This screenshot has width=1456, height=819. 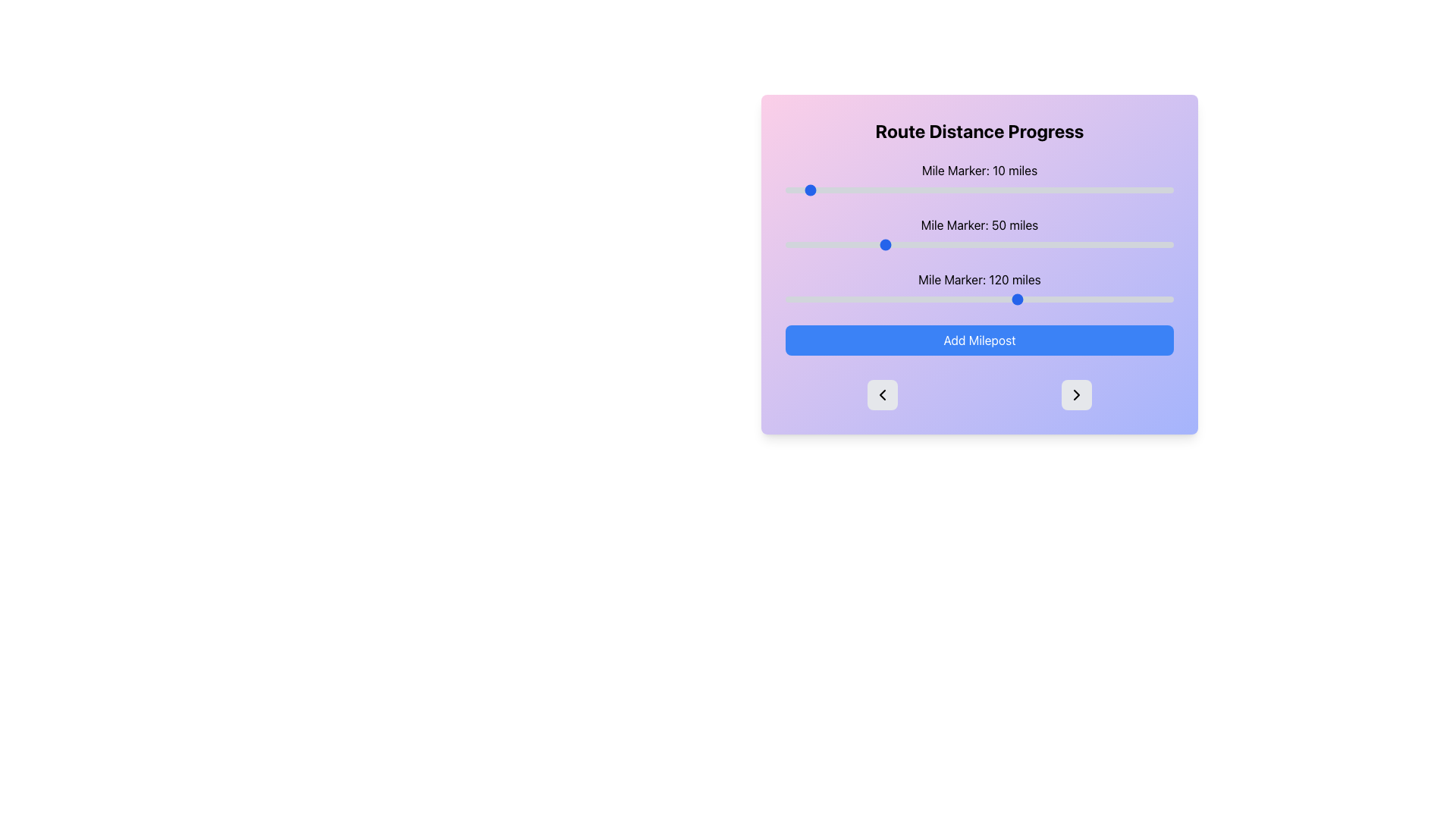 What do you see at coordinates (952, 244) in the screenshot?
I see `the slider` at bounding box center [952, 244].